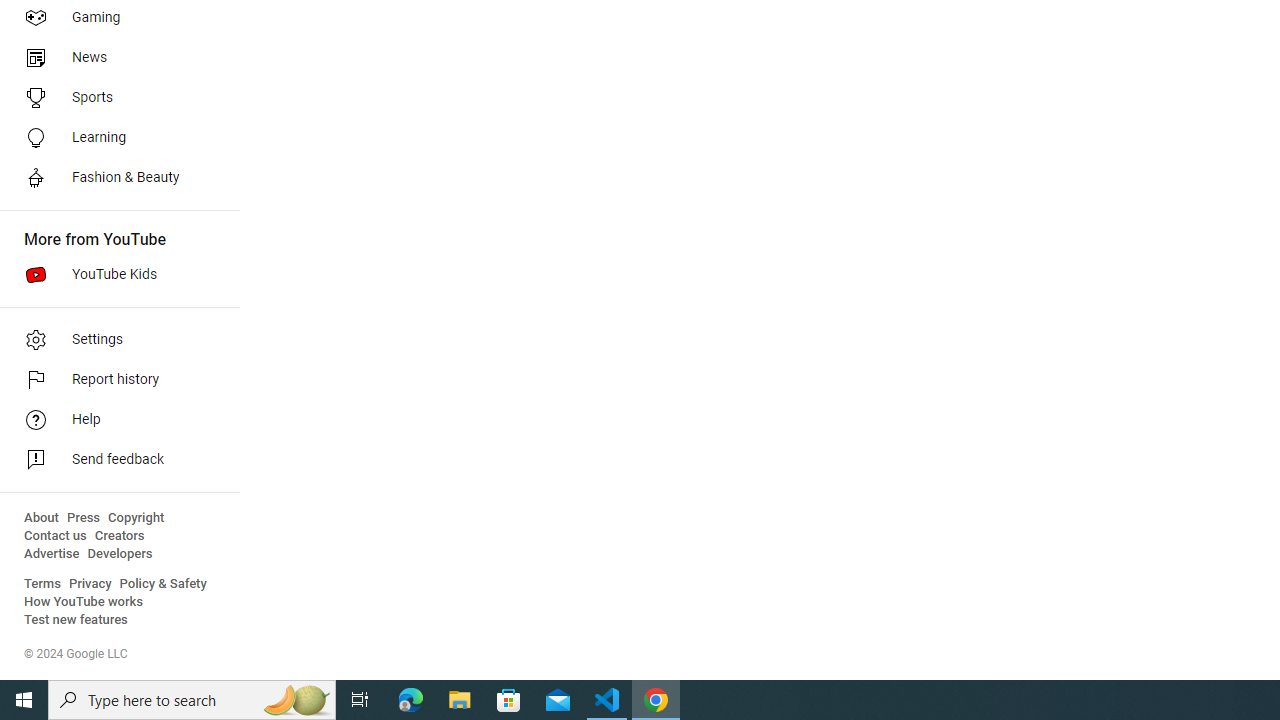  Describe the element at coordinates (89, 584) in the screenshot. I see `'Privacy'` at that location.